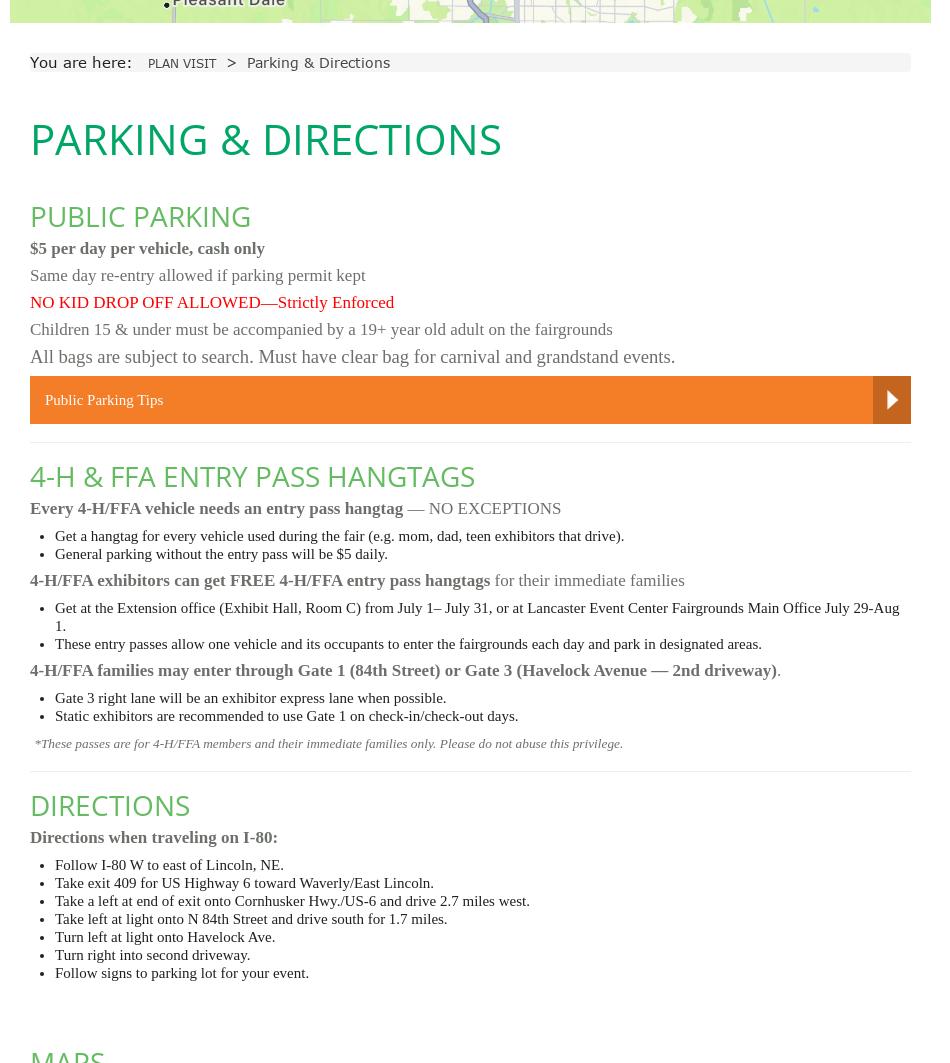  What do you see at coordinates (291, 899) in the screenshot?
I see `'Take a left at end of exit onto Cornhusker Hwy./US-6 and drive 2.7 miles west.'` at bounding box center [291, 899].